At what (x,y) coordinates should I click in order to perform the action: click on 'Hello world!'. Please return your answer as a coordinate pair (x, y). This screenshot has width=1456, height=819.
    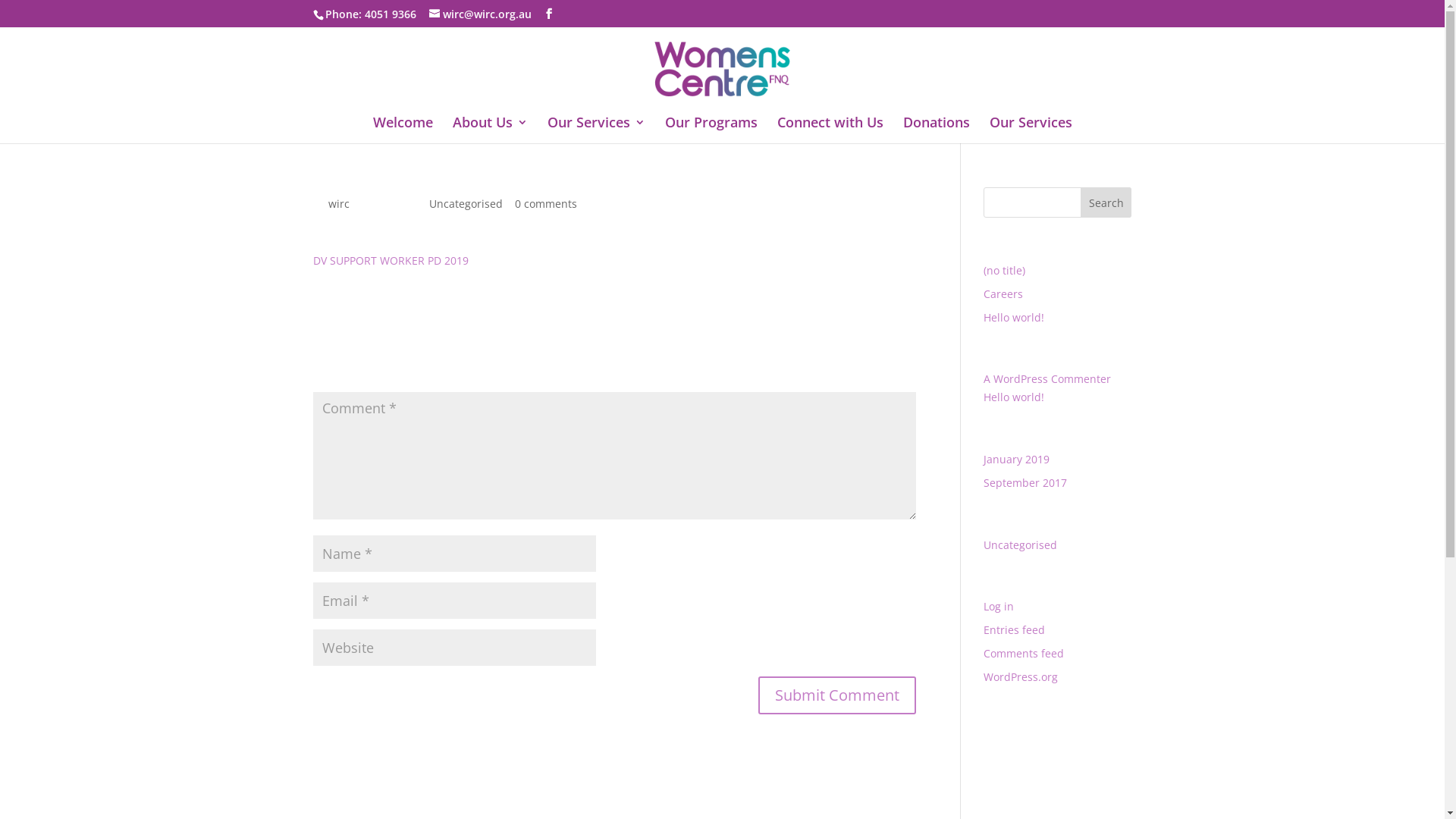
    Looking at the image, I should click on (1014, 396).